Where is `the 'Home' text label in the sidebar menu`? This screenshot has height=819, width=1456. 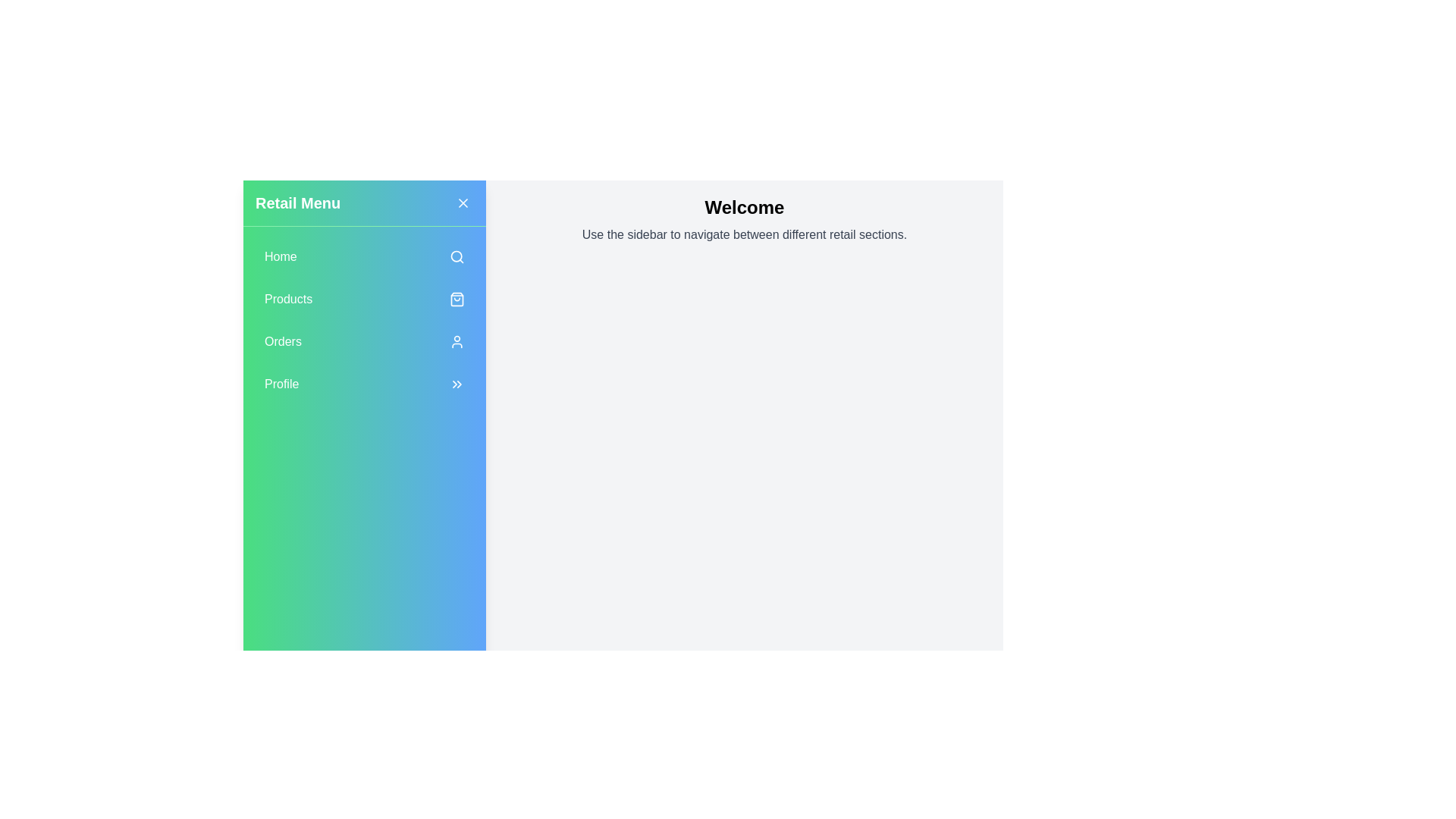
the 'Home' text label in the sidebar menu is located at coordinates (281, 256).